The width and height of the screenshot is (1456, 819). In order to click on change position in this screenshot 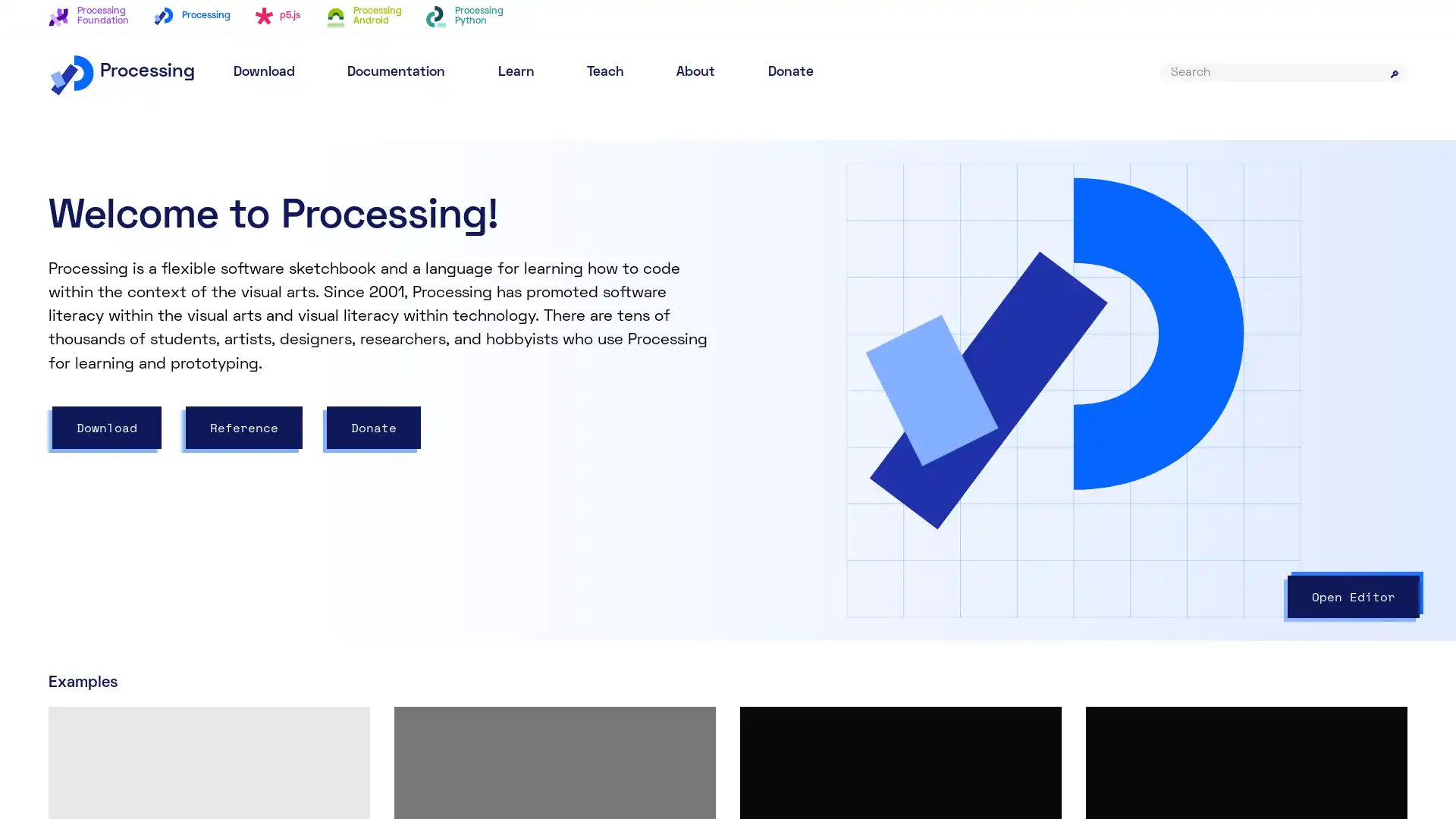, I will do `click(884, 450)`.